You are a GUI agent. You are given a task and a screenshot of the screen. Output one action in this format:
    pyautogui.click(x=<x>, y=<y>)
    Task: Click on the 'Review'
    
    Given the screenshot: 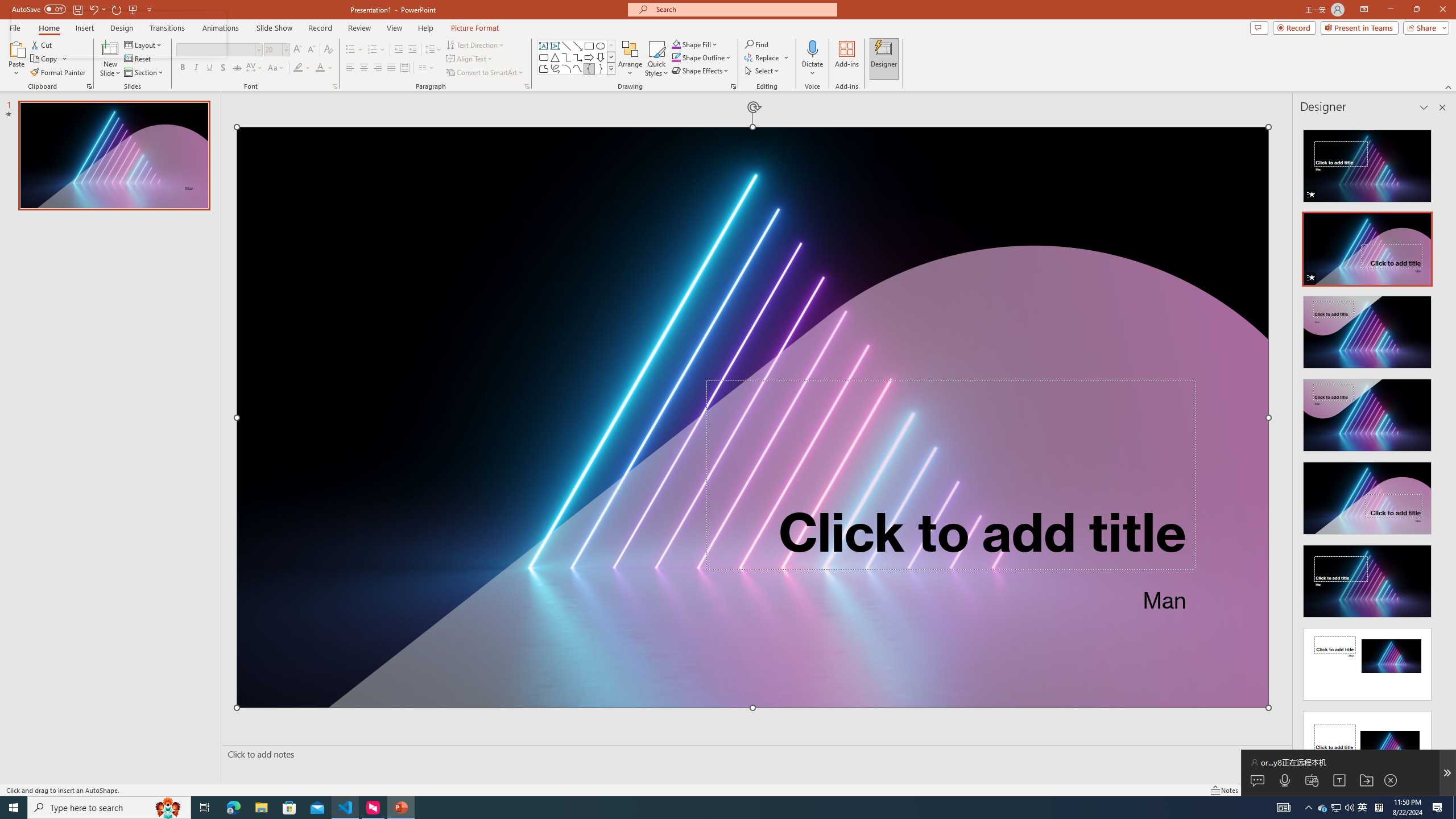 What is the action you would take?
    pyautogui.click(x=359, y=28)
    